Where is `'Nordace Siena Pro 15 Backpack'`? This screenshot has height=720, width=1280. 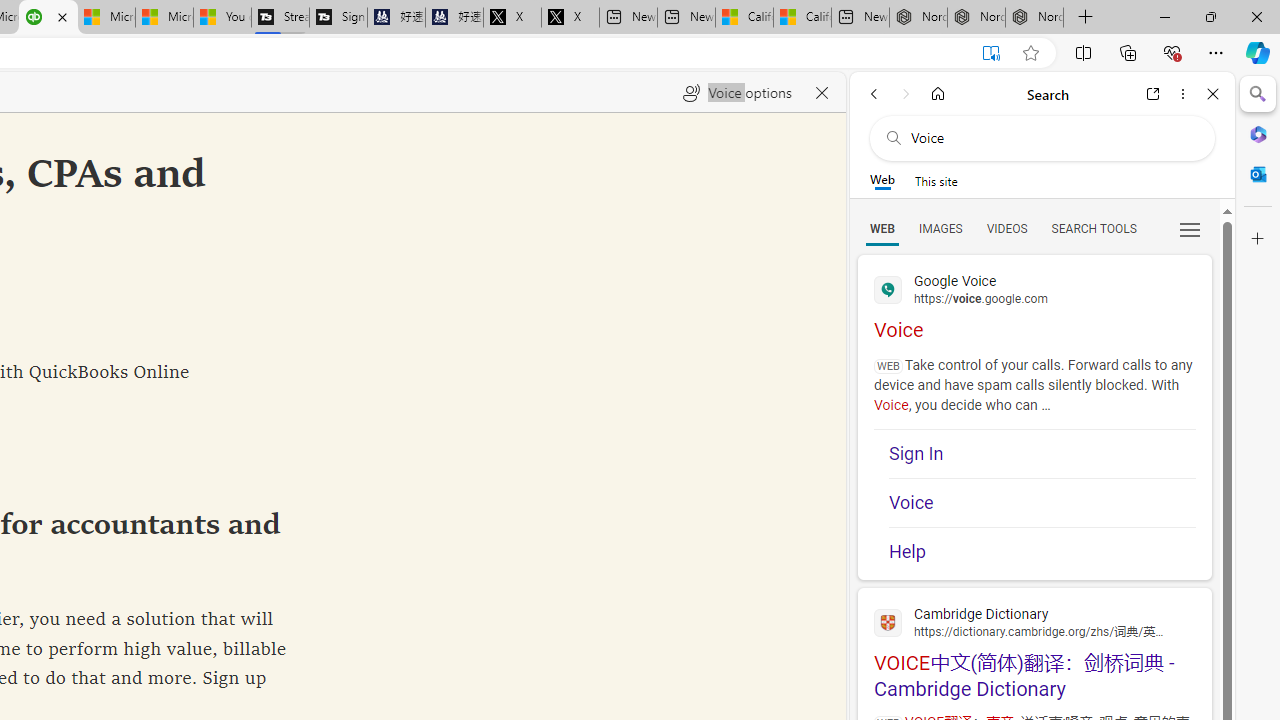 'Nordace Siena Pro 15 Backpack' is located at coordinates (976, 17).